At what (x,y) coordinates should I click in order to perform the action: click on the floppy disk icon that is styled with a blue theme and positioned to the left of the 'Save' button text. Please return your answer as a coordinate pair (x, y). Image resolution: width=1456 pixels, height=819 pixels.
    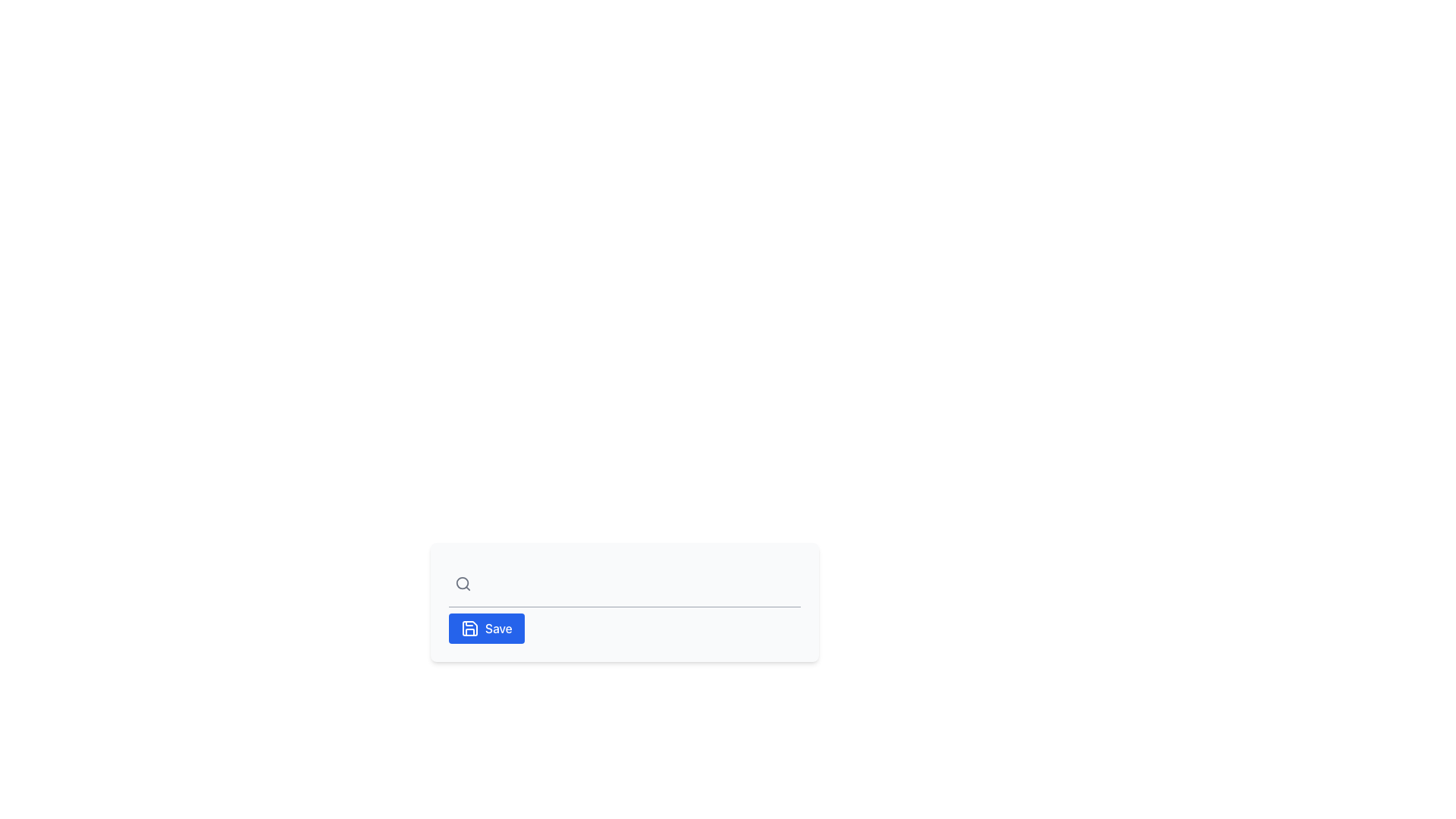
    Looking at the image, I should click on (469, 629).